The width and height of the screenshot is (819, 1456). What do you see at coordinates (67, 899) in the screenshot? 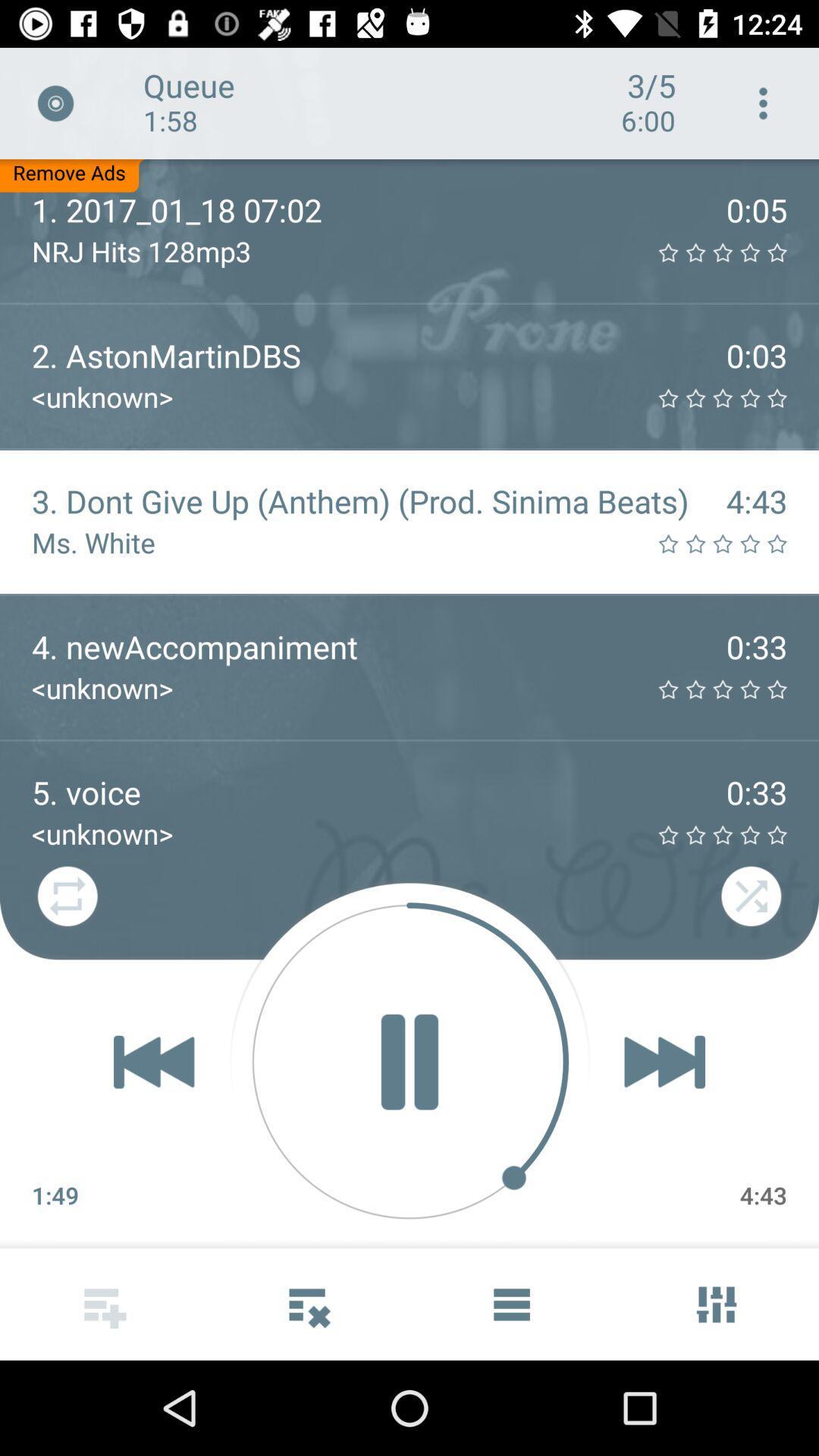
I see `the repeat icon` at bounding box center [67, 899].